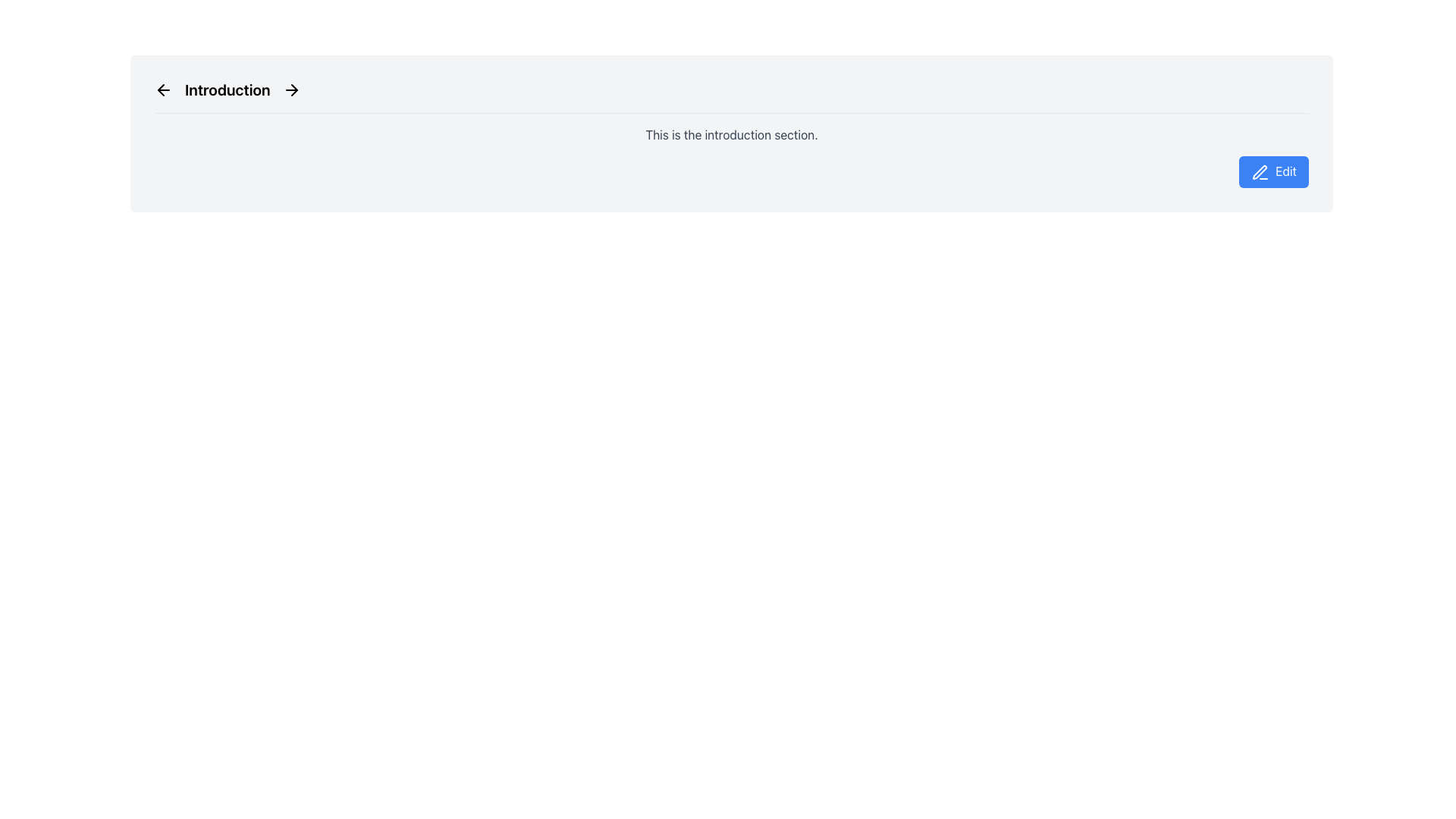  Describe the element at coordinates (291, 90) in the screenshot. I see `the right-pointing arrow icon located next to the 'Introduction' text in the header` at that location.